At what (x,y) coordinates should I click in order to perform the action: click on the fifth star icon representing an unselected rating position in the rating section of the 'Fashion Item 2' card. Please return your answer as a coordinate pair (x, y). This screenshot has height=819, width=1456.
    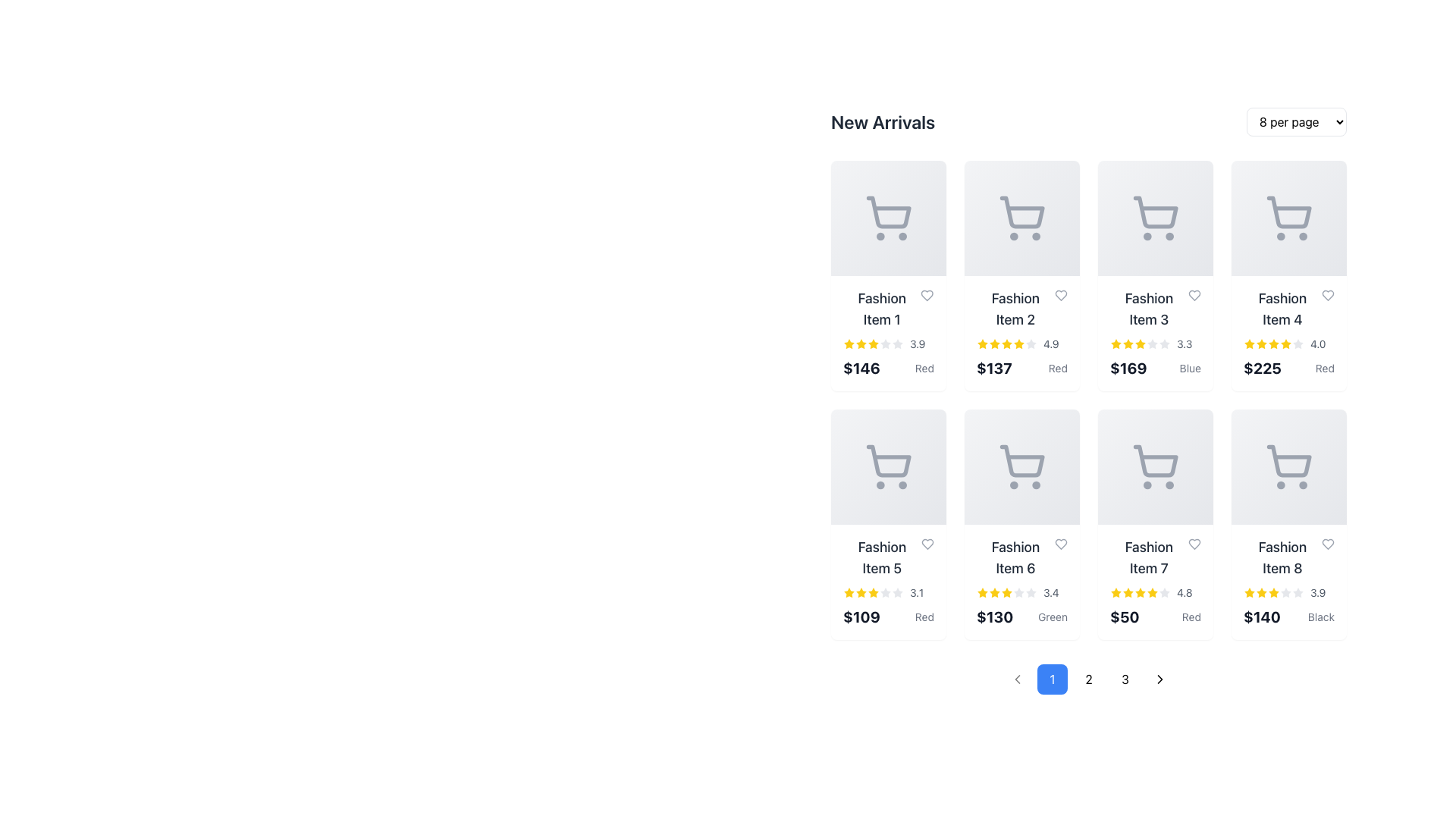
    Looking at the image, I should click on (1031, 344).